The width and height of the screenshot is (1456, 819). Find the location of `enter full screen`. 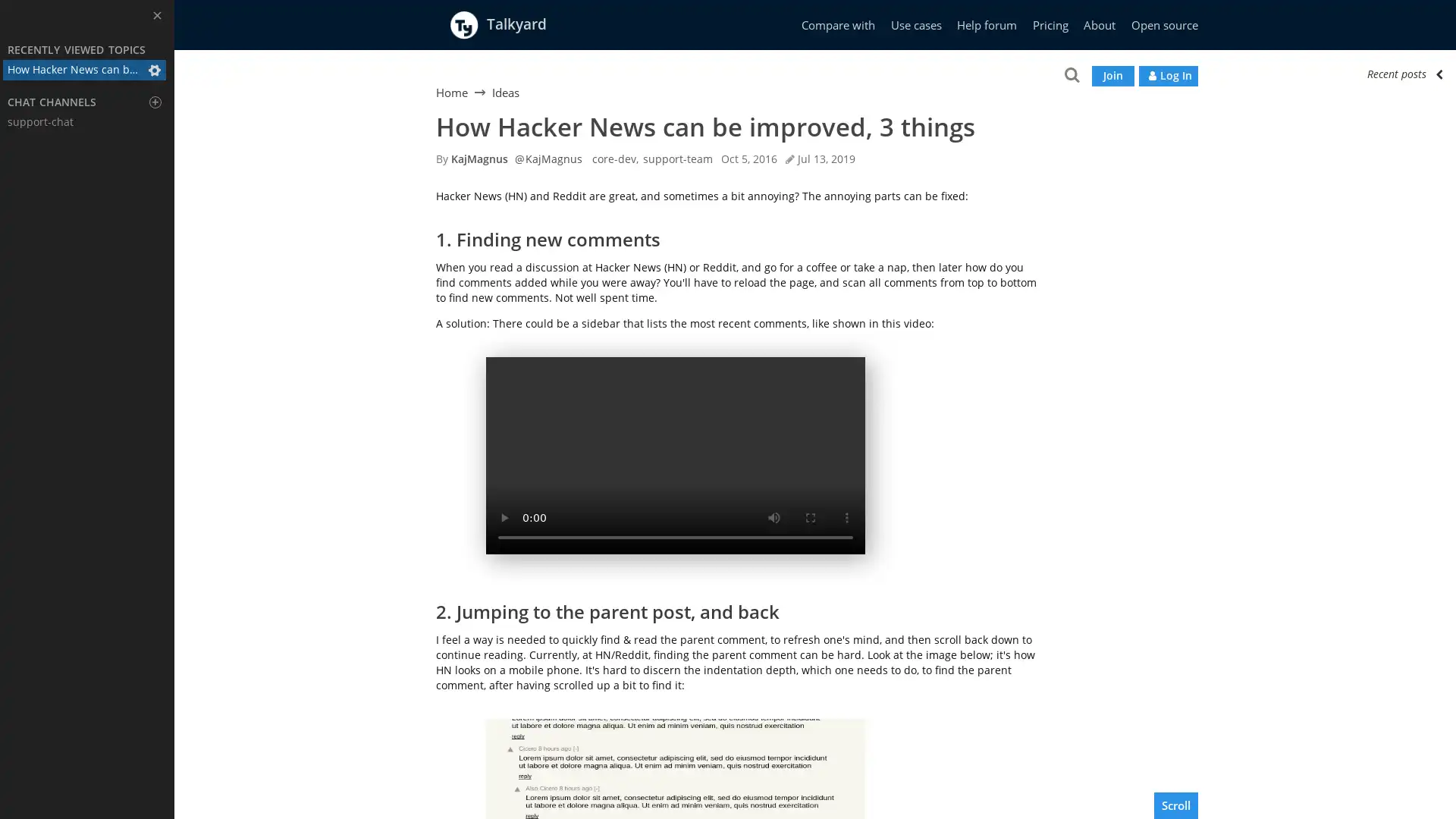

enter full screen is located at coordinates (810, 516).